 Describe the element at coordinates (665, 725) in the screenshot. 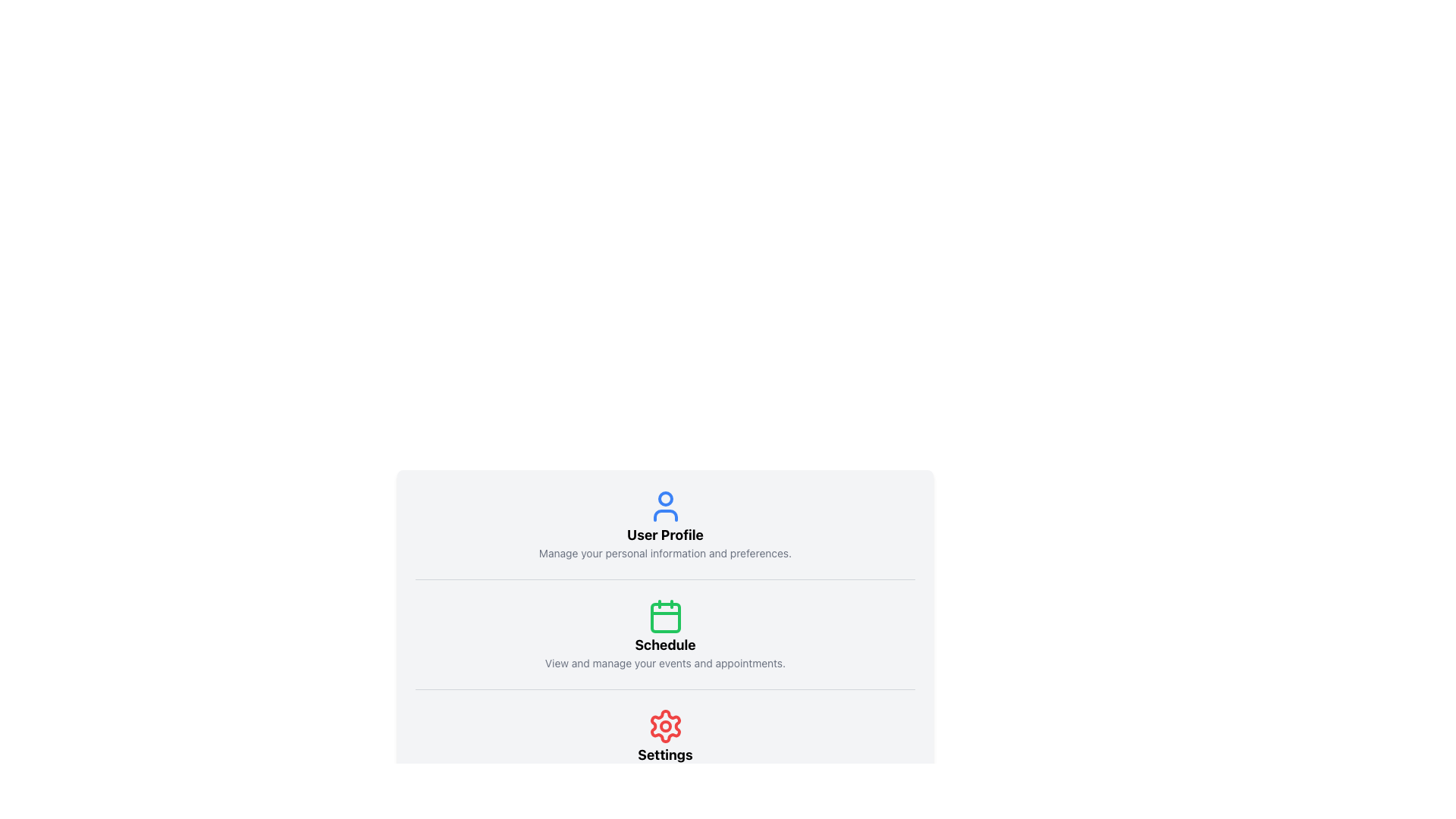

I see `the small red circular shape that is part of the settings-related icon located below the 'Settings' text` at that location.